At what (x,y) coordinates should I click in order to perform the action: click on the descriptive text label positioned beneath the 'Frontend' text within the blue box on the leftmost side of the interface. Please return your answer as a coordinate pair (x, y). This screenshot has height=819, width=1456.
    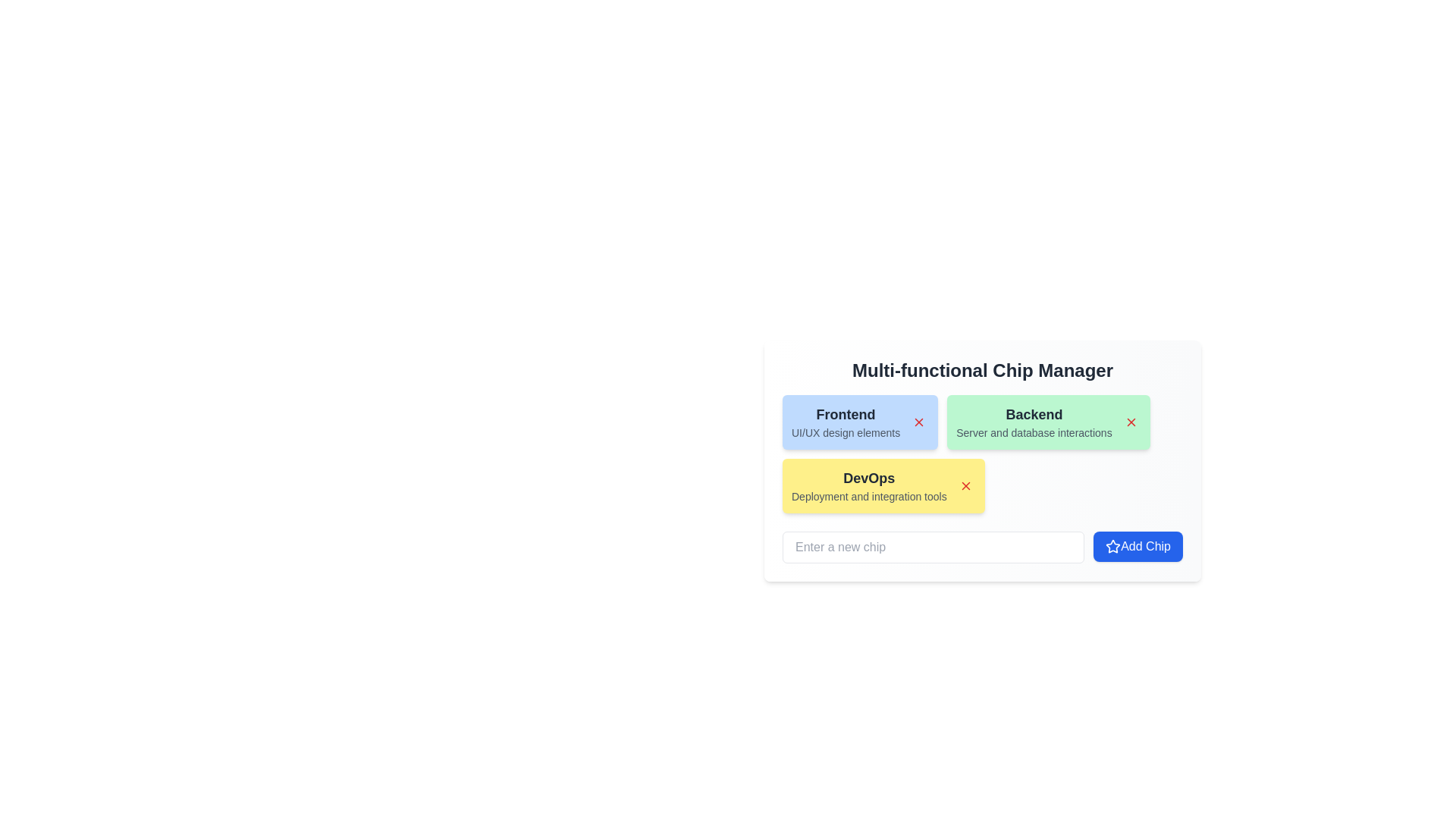
    Looking at the image, I should click on (845, 432).